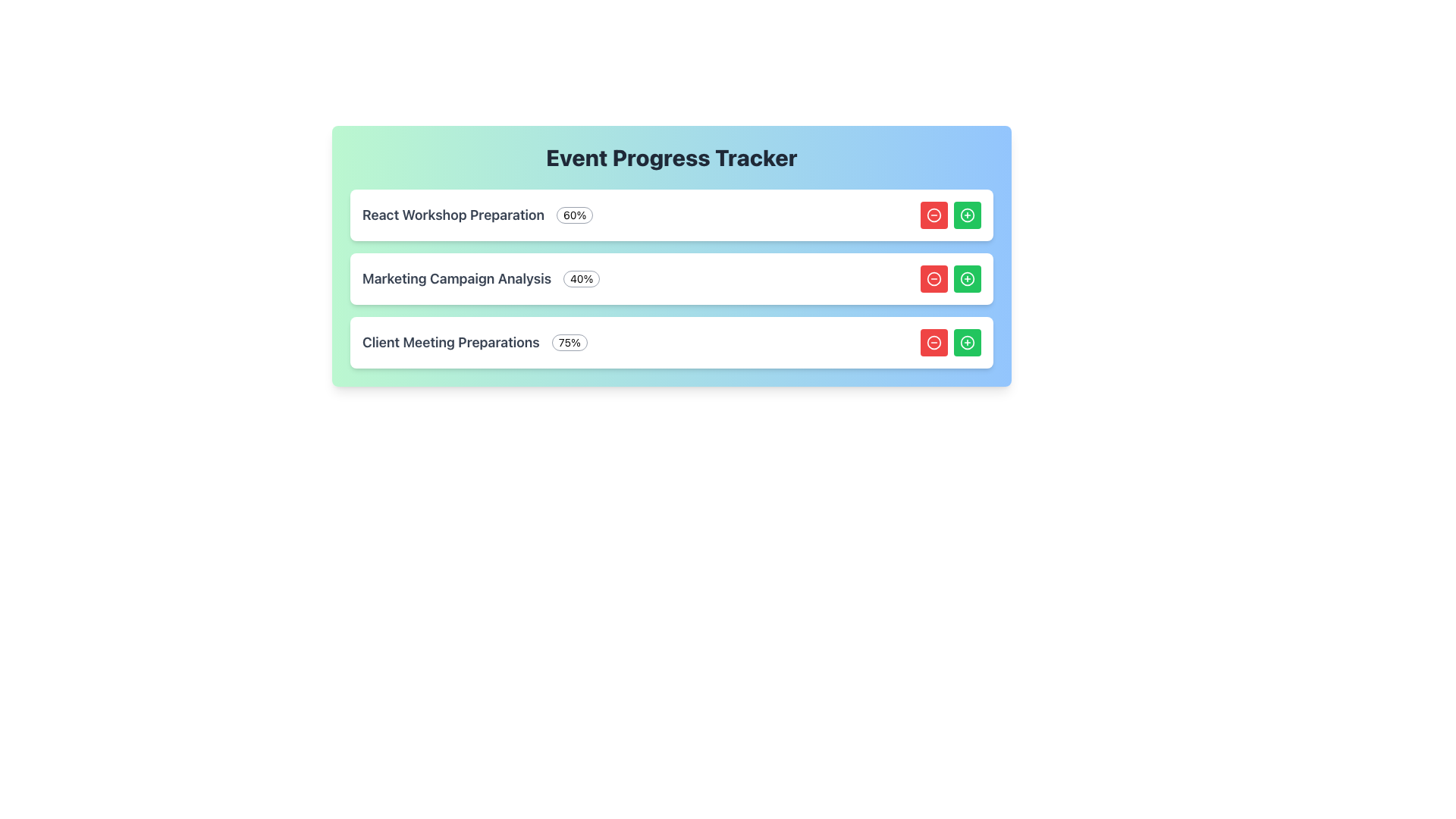  What do you see at coordinates (671, 278) in the screenshot?
I see `the second card in the vertically stacked group that provides a progress tracker and description for a marketing campaign analysis task` at bounding box center [671, 278].